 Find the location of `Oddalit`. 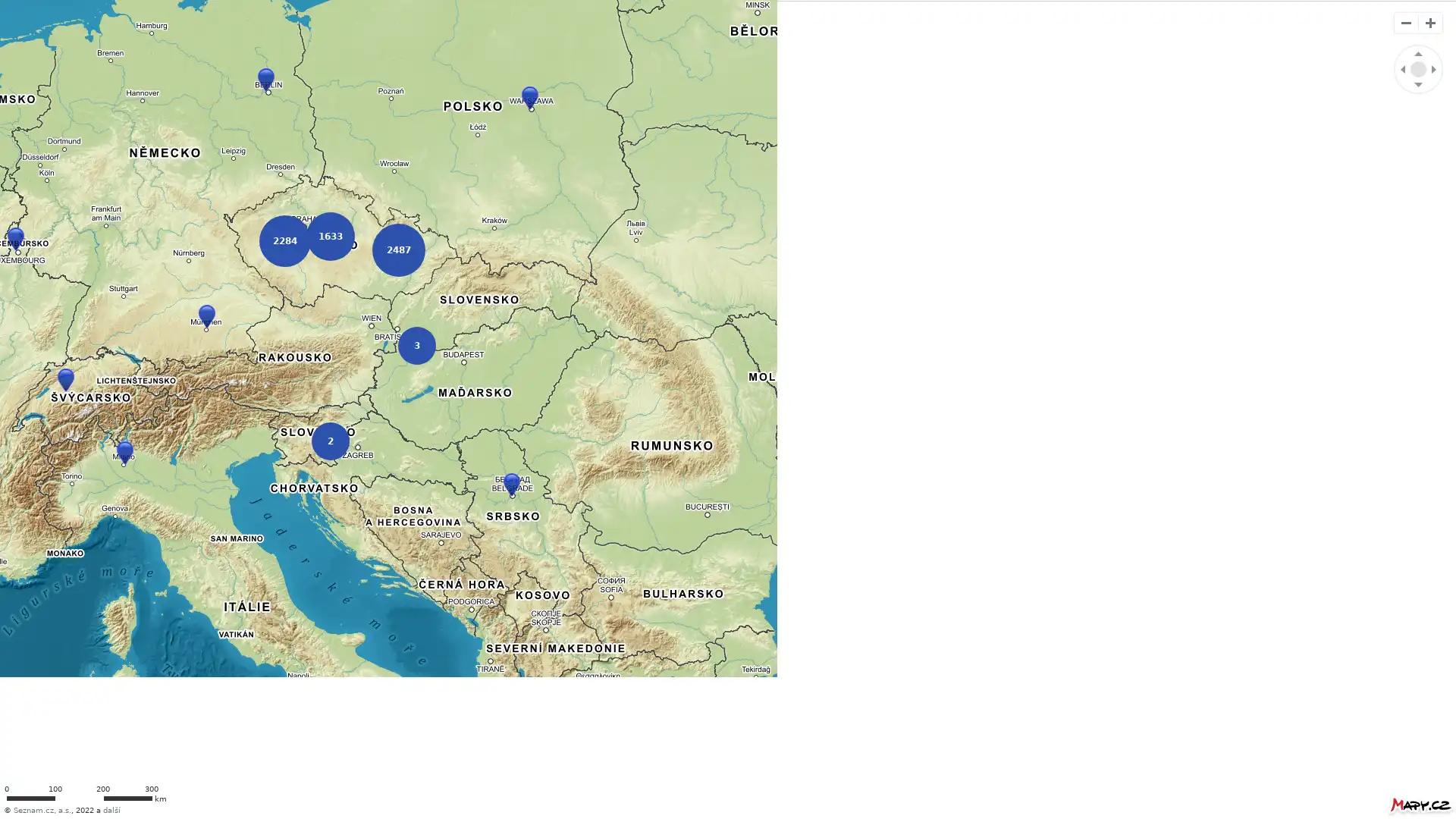

Oddalit is located at coordinates (1405, 23).